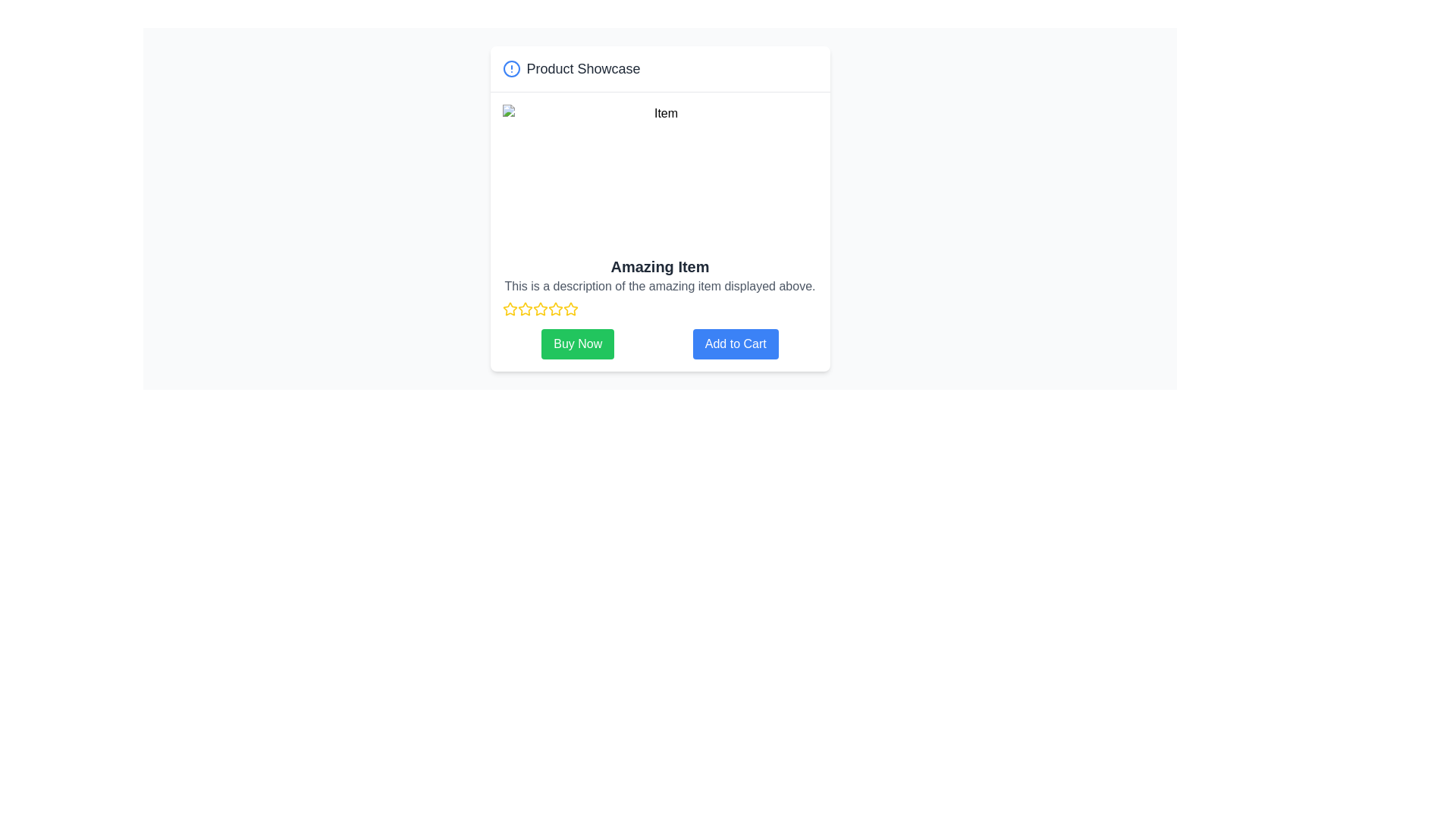 The height and width of the screenshot is (819, 1456). Describe the element at coordinates (554, 308) in the screenshot. I see `the fourth star-shaped rating icon with a hollow center and yellow outline beneath the heading 'Amazing Item'` at that location.